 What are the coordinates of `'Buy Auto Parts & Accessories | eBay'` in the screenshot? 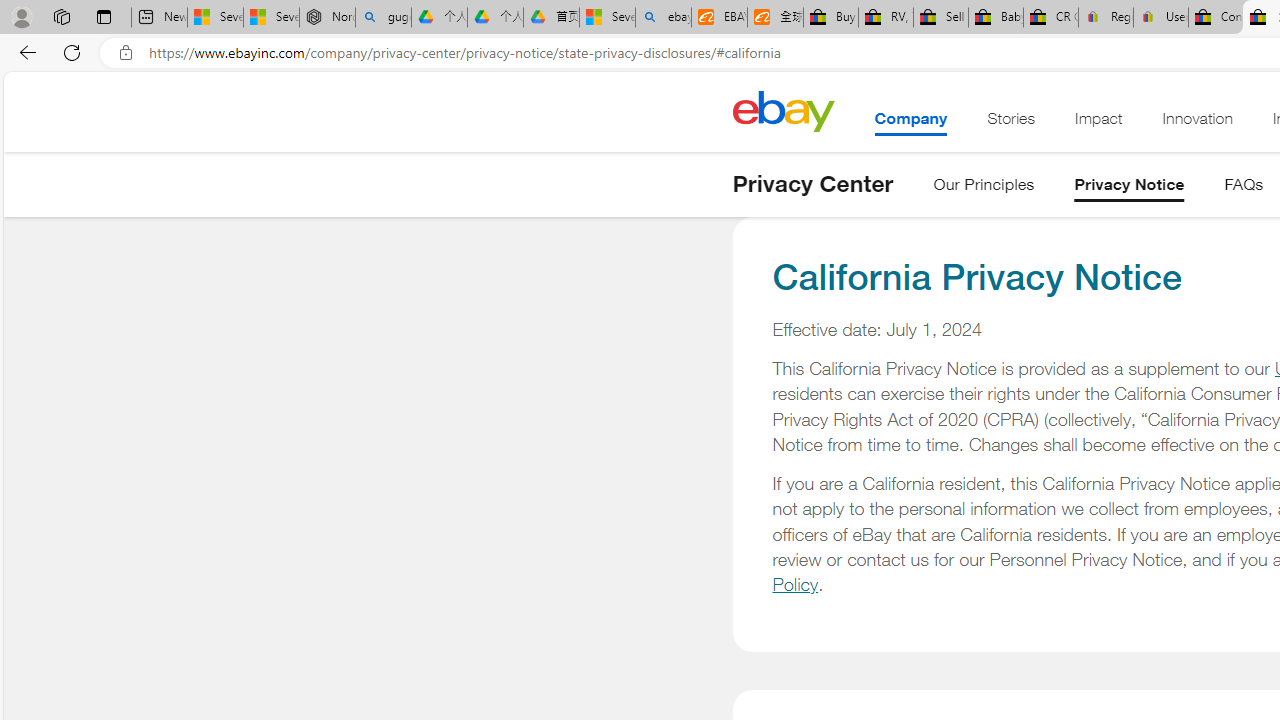 It's located at (830, 17).